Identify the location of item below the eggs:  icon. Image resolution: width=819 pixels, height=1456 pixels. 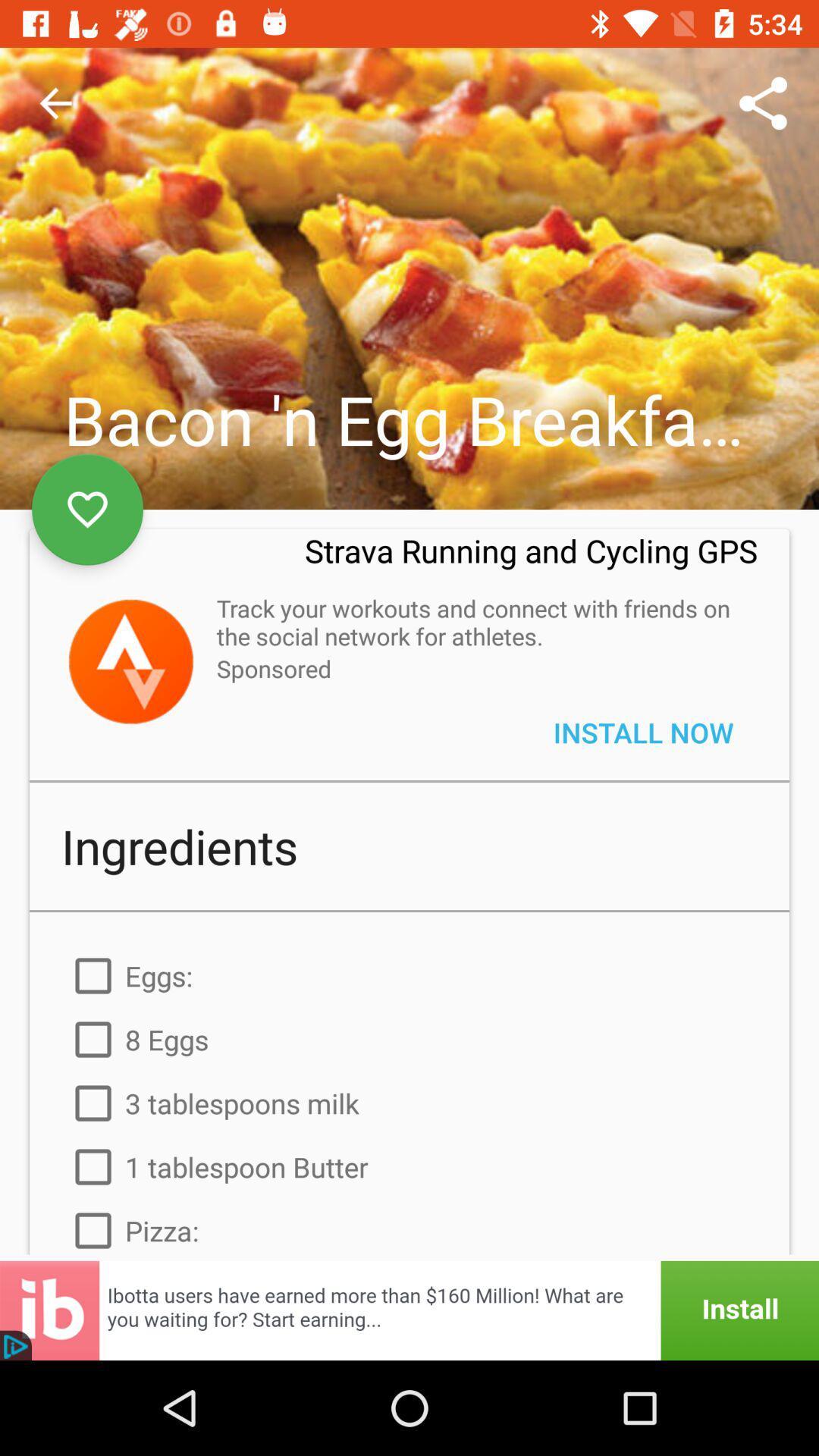
(409, 1039).